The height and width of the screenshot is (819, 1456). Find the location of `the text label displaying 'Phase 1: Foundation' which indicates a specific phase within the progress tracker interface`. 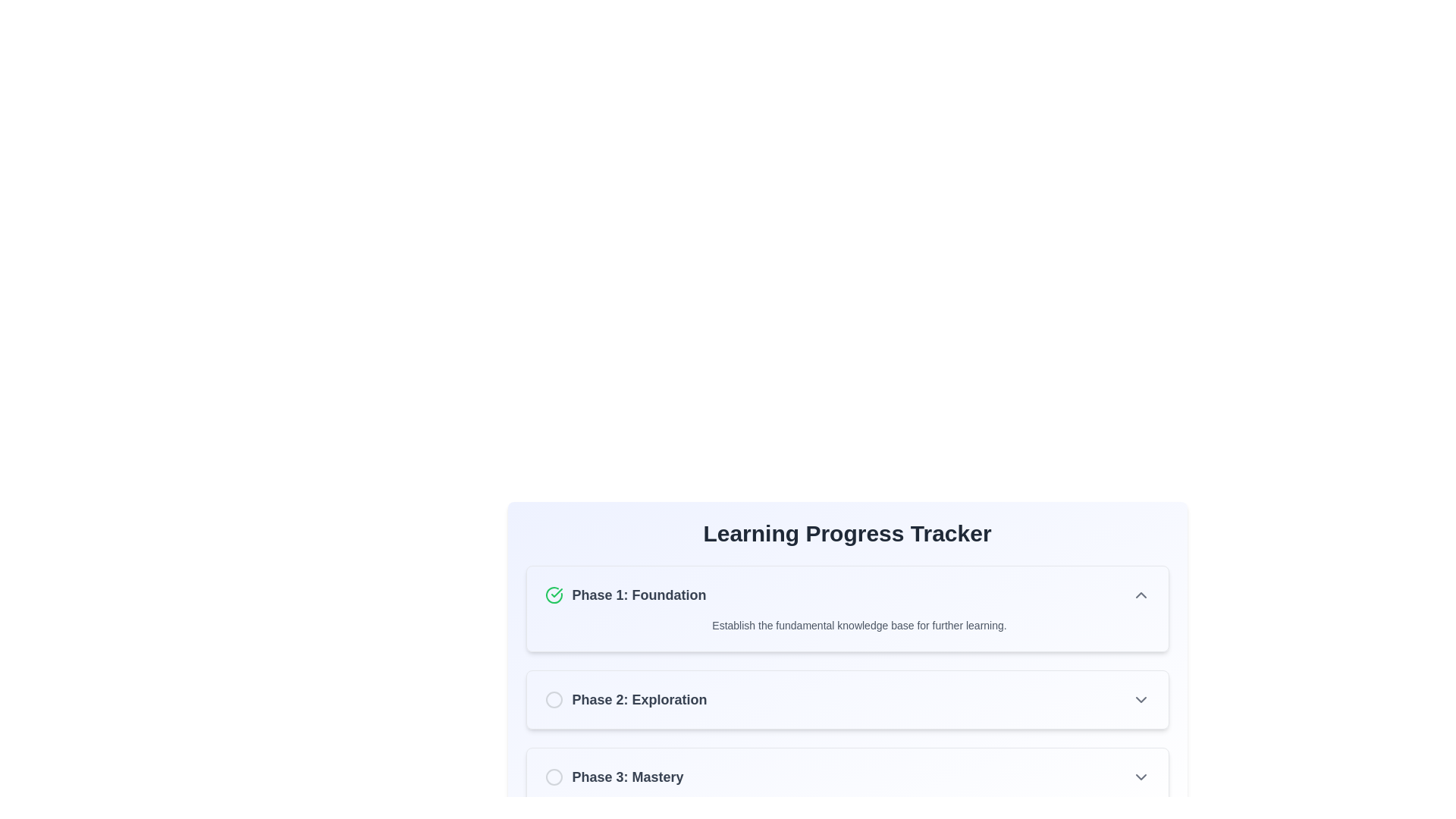

the text label displaying 'Phase 1: Foundation' which indicates a specific phase within the progress tracker interface is located at coordinates (639, 595).